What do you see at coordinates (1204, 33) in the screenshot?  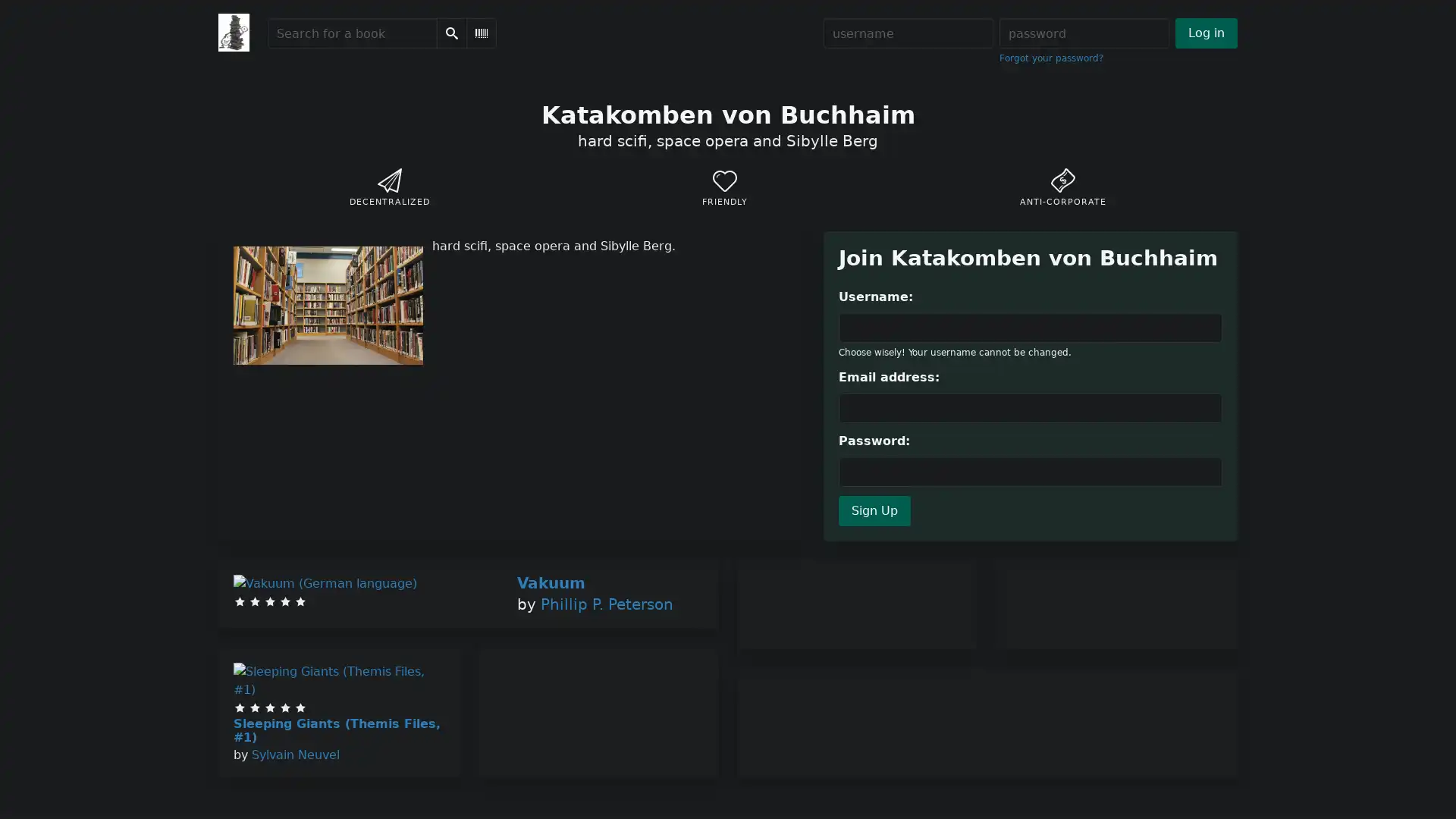 I see `Log in` at bounding box center [1204, 33].